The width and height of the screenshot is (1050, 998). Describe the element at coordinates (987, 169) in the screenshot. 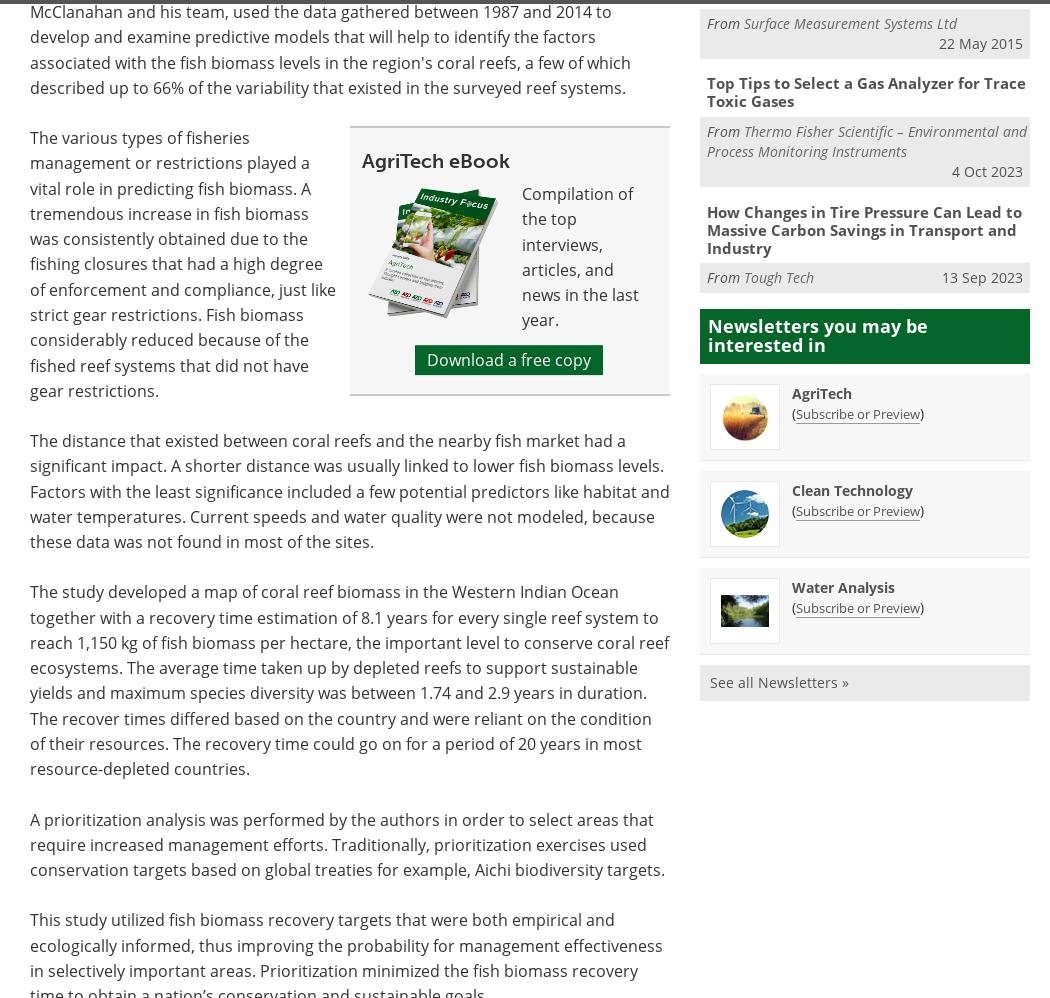

I see `'4 Oct 2023'` at that location.